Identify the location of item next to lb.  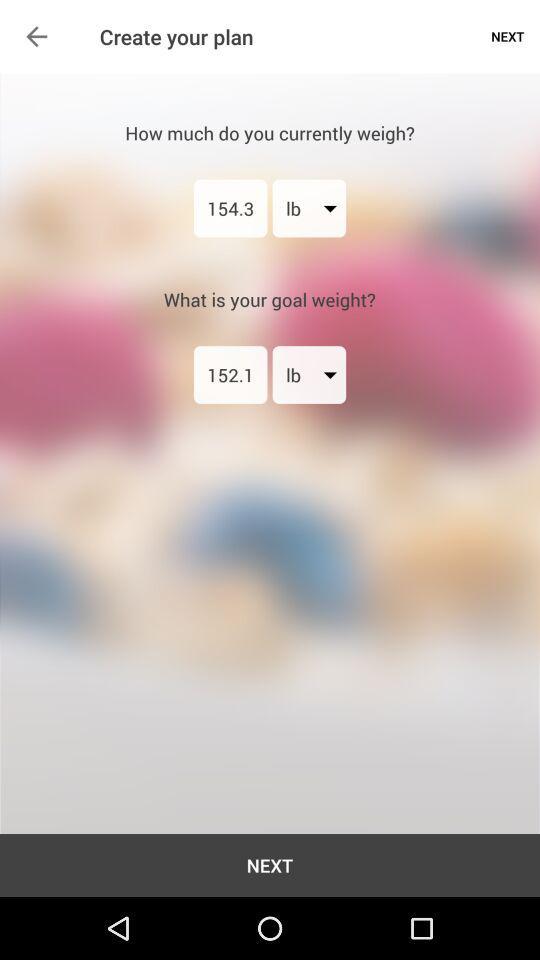
(229, 208).